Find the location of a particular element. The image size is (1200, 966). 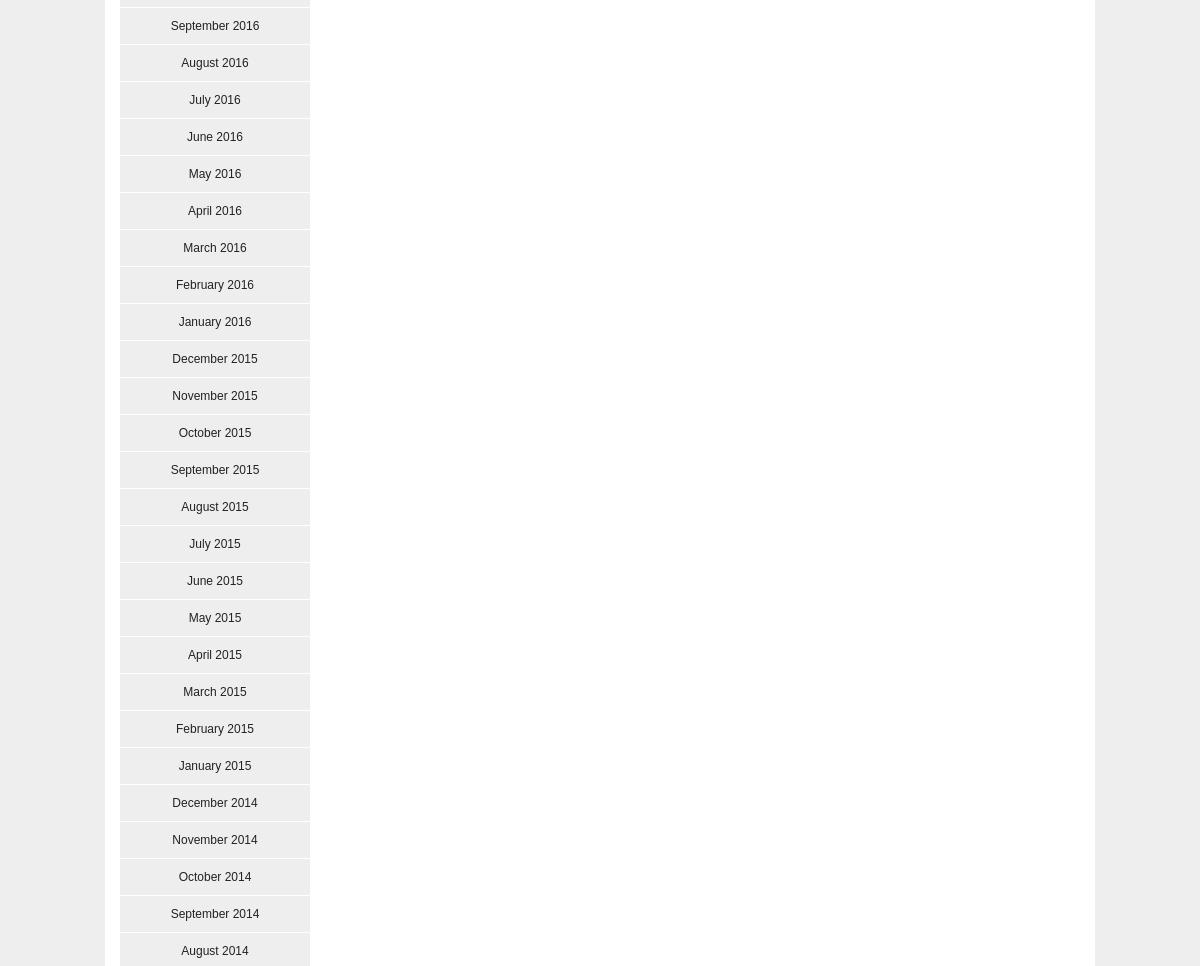

'October 2015' is located at coordinates (213, 431).